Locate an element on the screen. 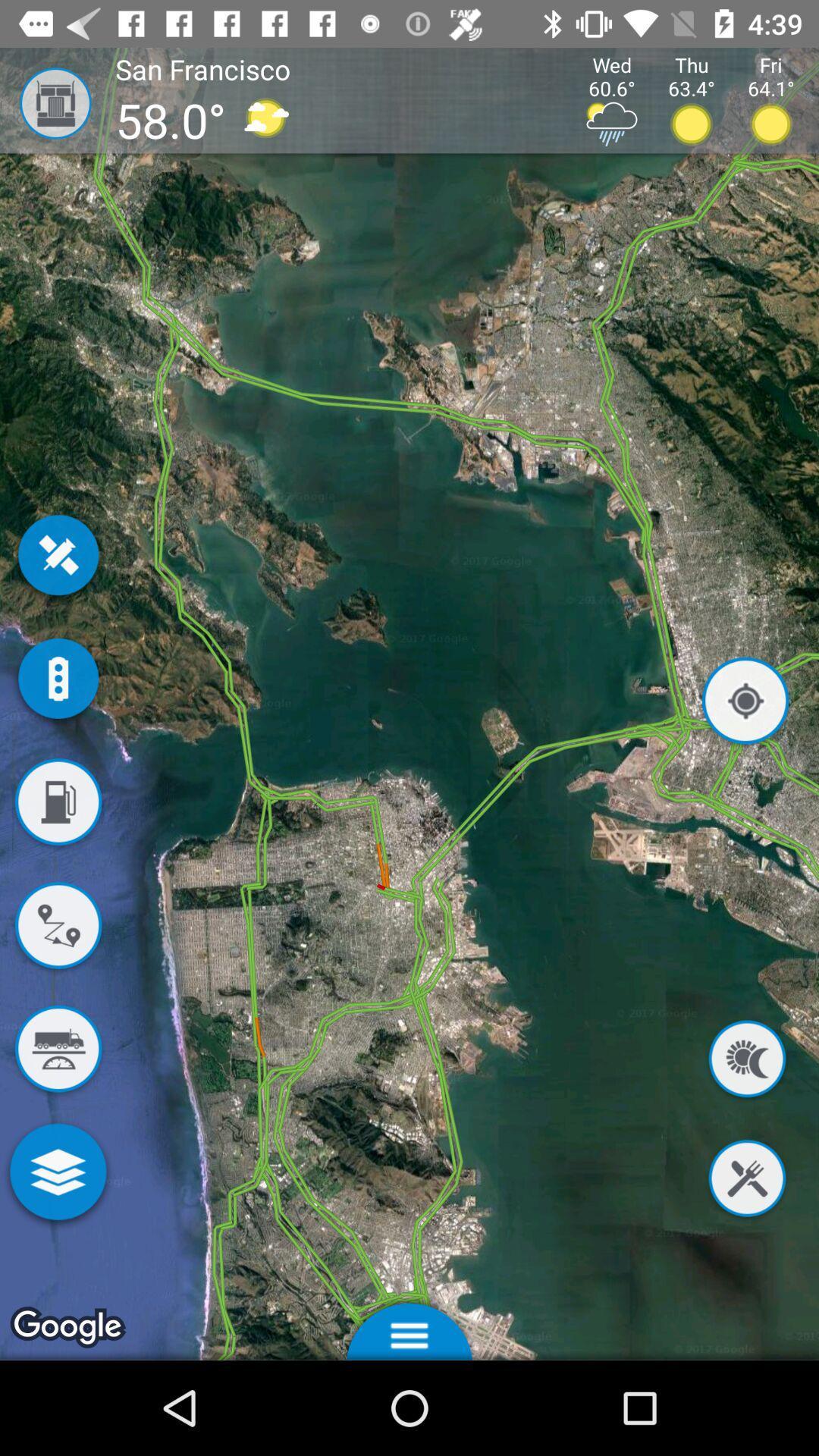 Image resolution: width=819 pixels, height=1456 pixels. find gas stations is located at coordinates (57, 804).